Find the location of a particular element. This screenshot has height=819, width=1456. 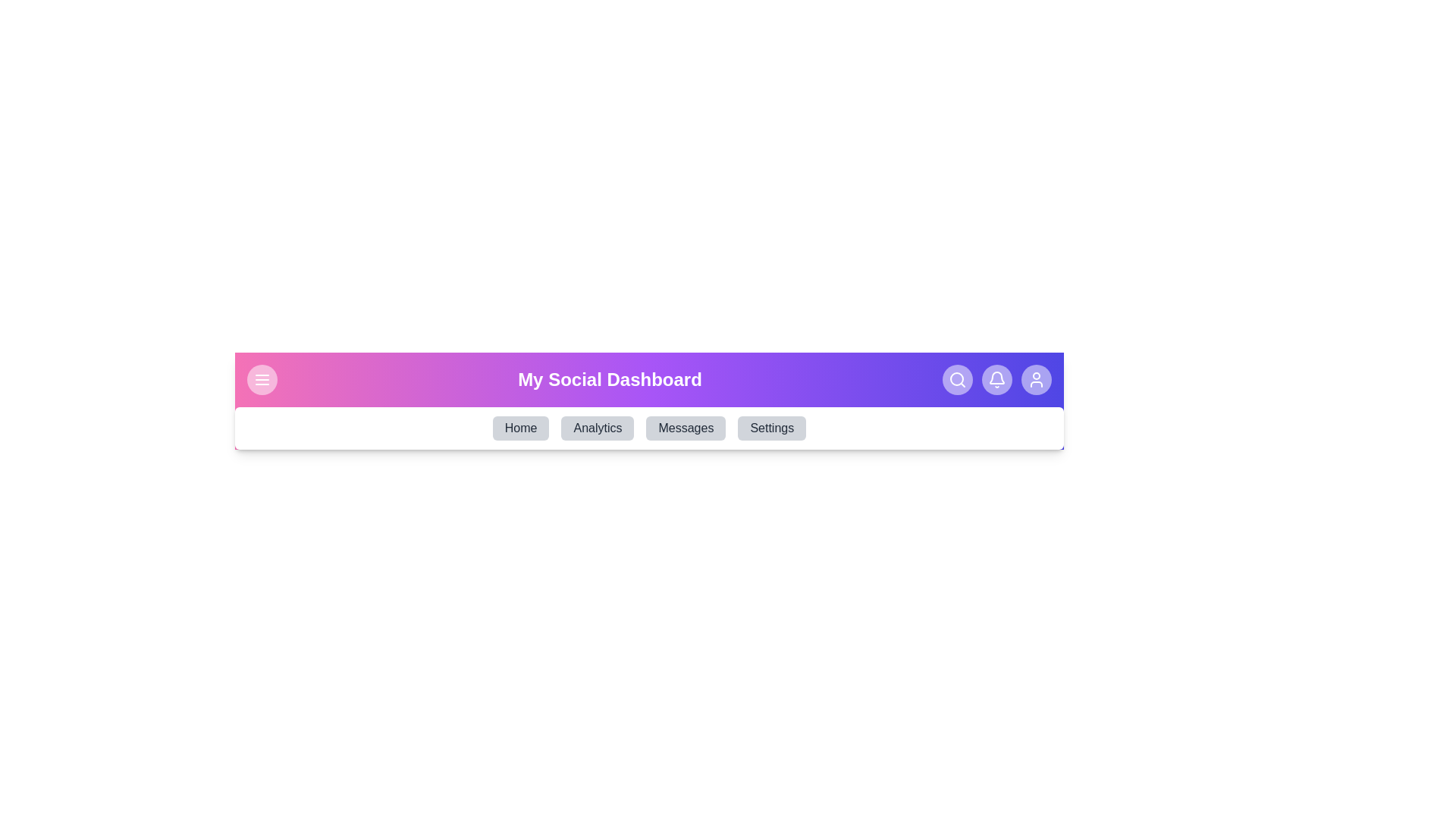

the notification button to view alerts is located at coordinates (997, 379).